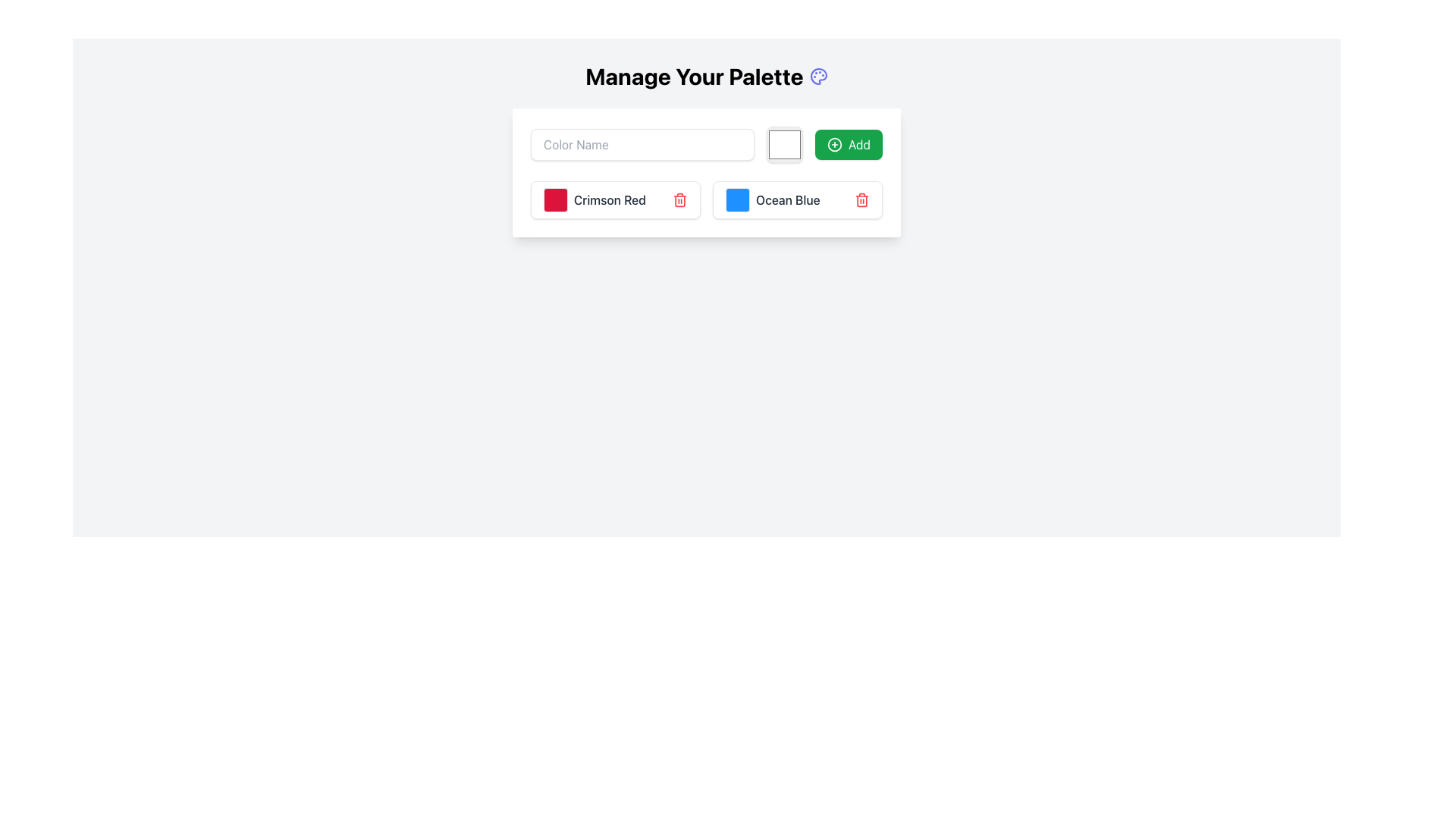 The image size is (1456, 819). What do you see at coordinates (817, 76) in the screenshot?
I see `the decorative SVG Icon located to the right of the 'Manage Your Palette' header text` at bounding box center [817, 76].